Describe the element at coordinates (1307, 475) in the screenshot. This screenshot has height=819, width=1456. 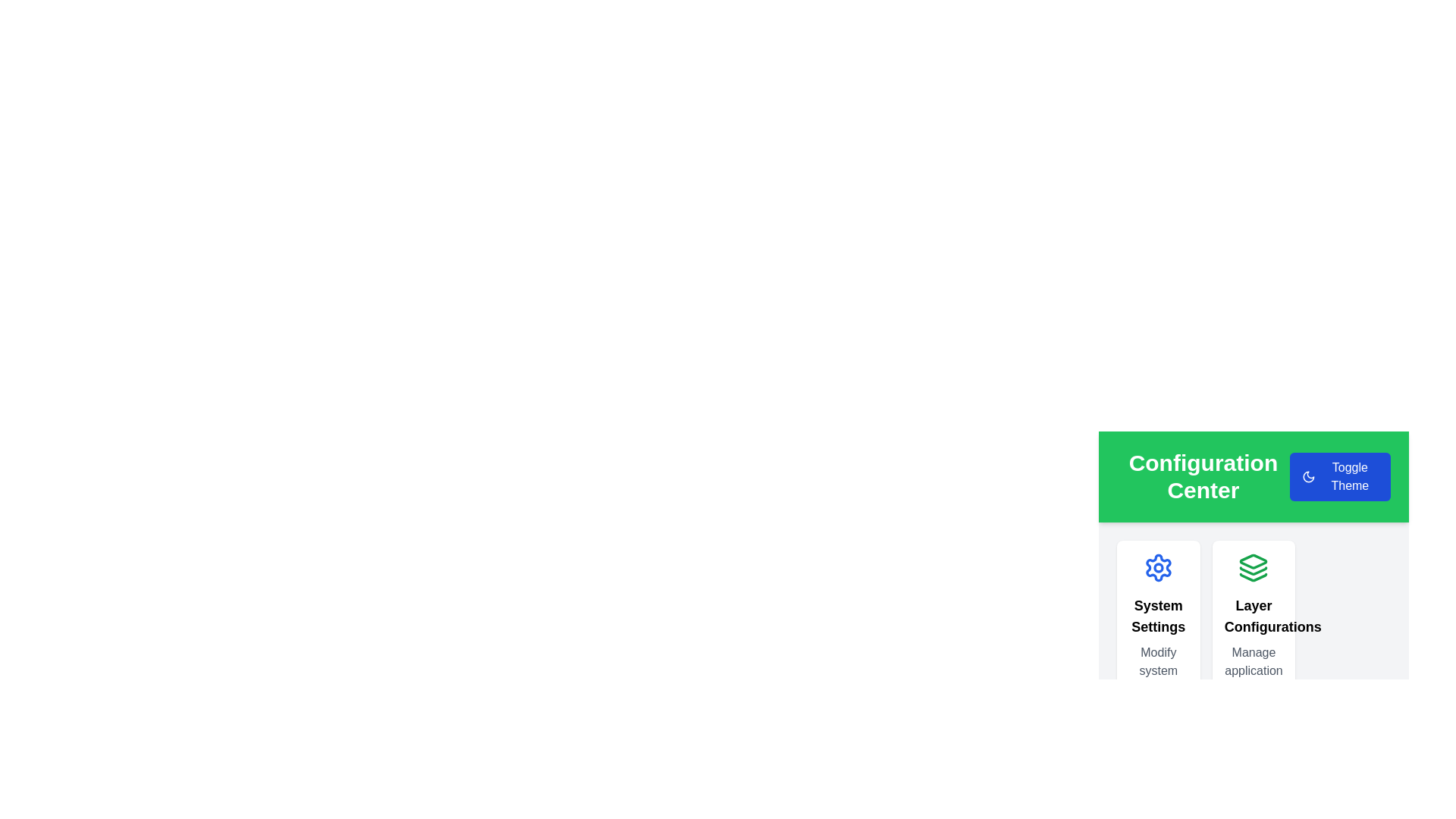
I see `the crescent moon icon located on the right side of the green header bar, next to the blue button labeled 'Toggle Theme', to toggle the application theme` at that location.